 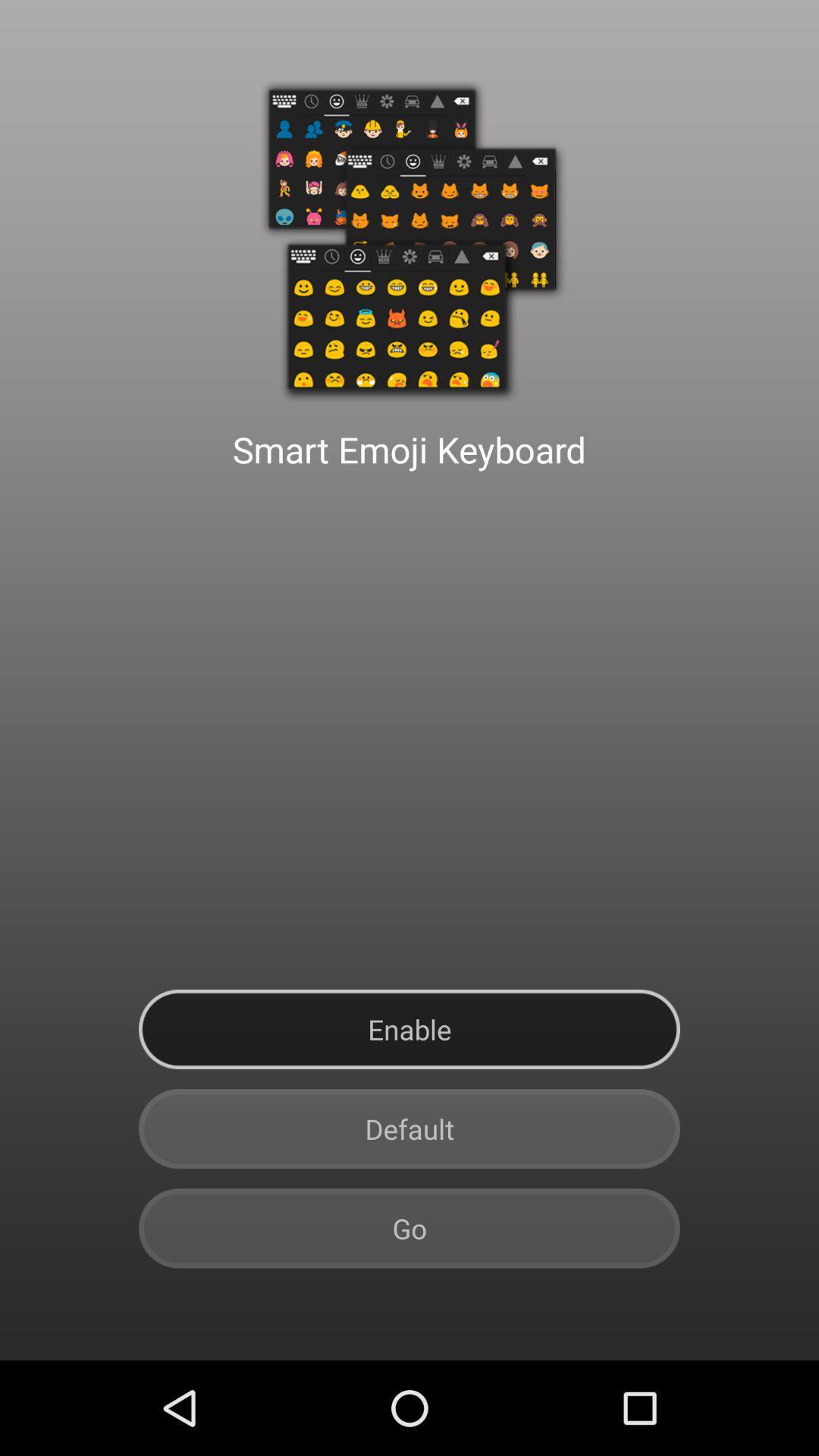 I want to click on the app below smart emoji keyboard icon, so click(x=409, y=1029).